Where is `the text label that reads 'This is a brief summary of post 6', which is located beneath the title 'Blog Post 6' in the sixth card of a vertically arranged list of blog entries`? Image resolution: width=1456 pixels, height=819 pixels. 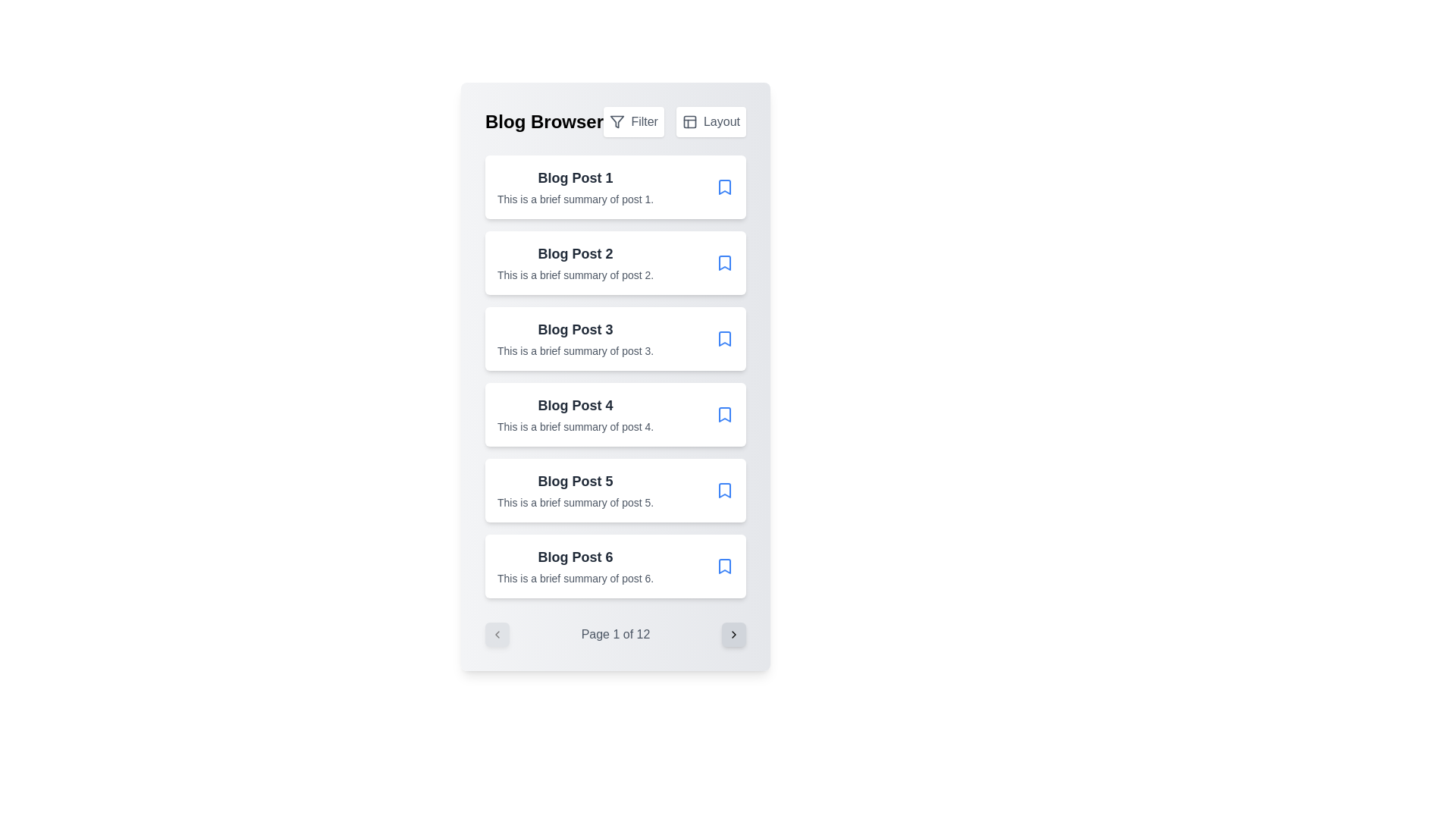 the text label that reads 'This is a brief summary of post 6', which is located beneath the title 'Blog Post 6' in the sixth card of a vertically arranged list of blog entries is located at coordinates (575, 579).